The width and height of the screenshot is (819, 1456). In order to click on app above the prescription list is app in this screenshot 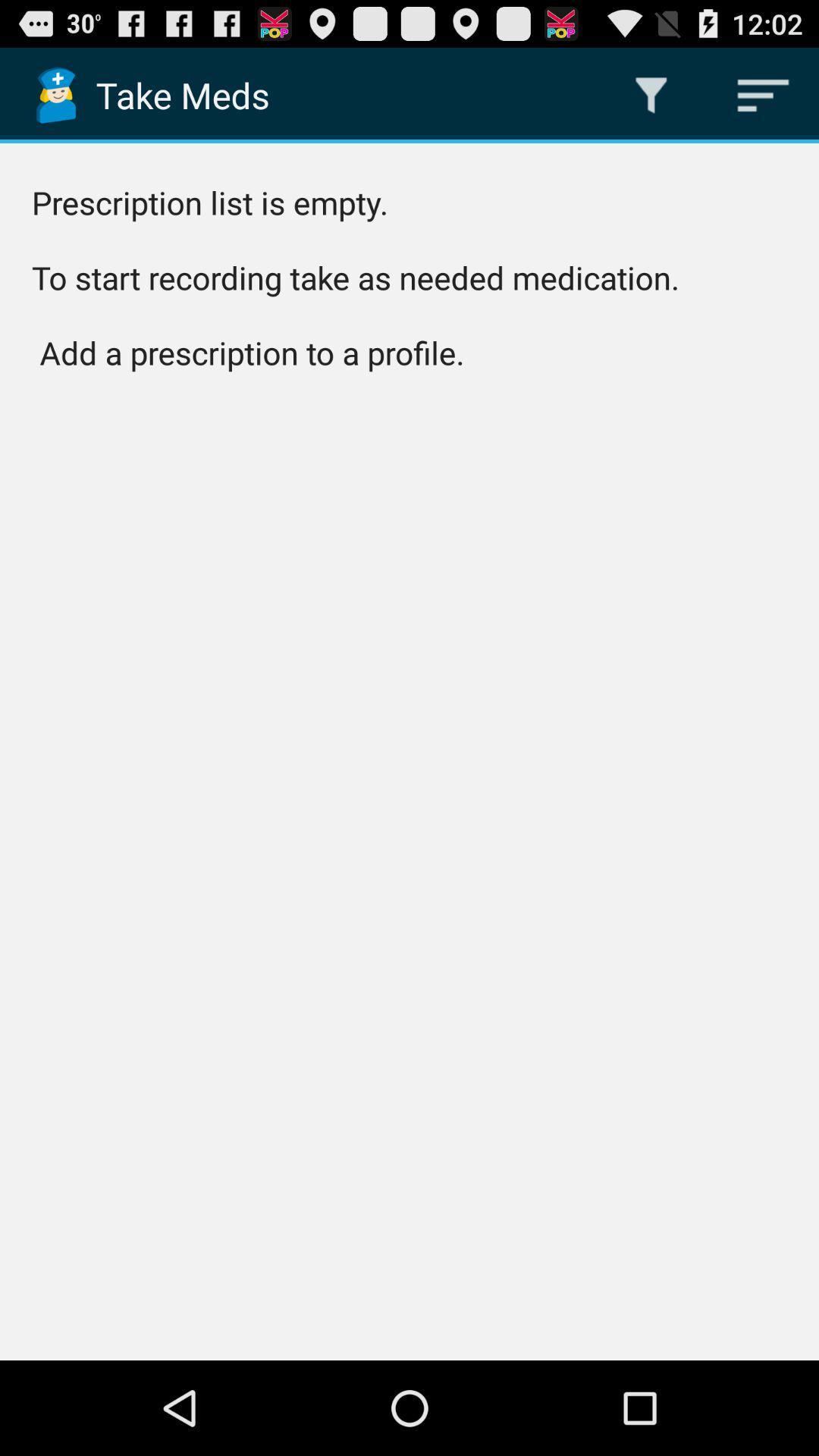, I will do `click(763, 94)`.